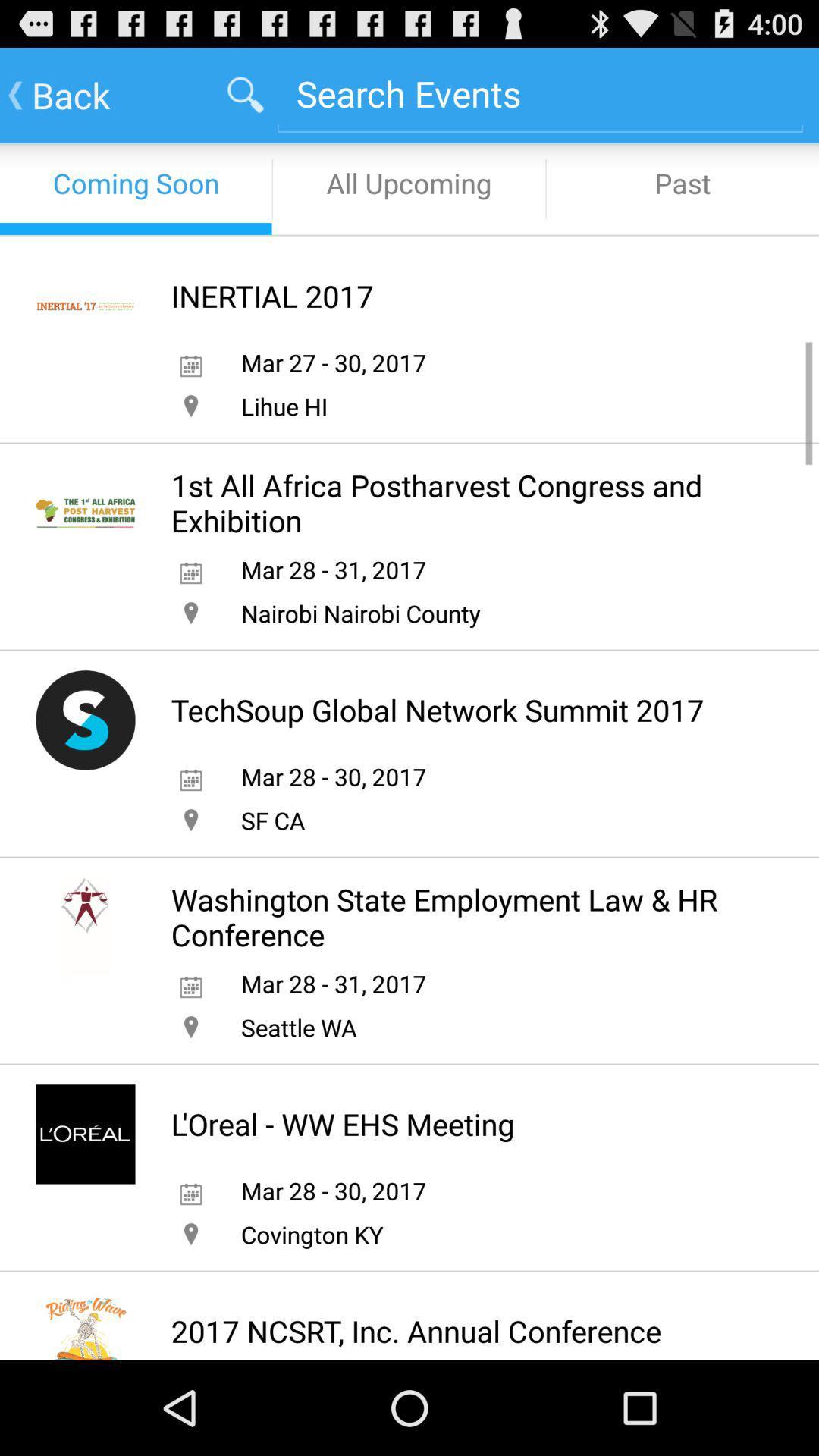 This screenshot has width=819, height=1456. Describe the element at coordinates (343, 1124) in the screenshot. I see `l oreal ww` at that location.